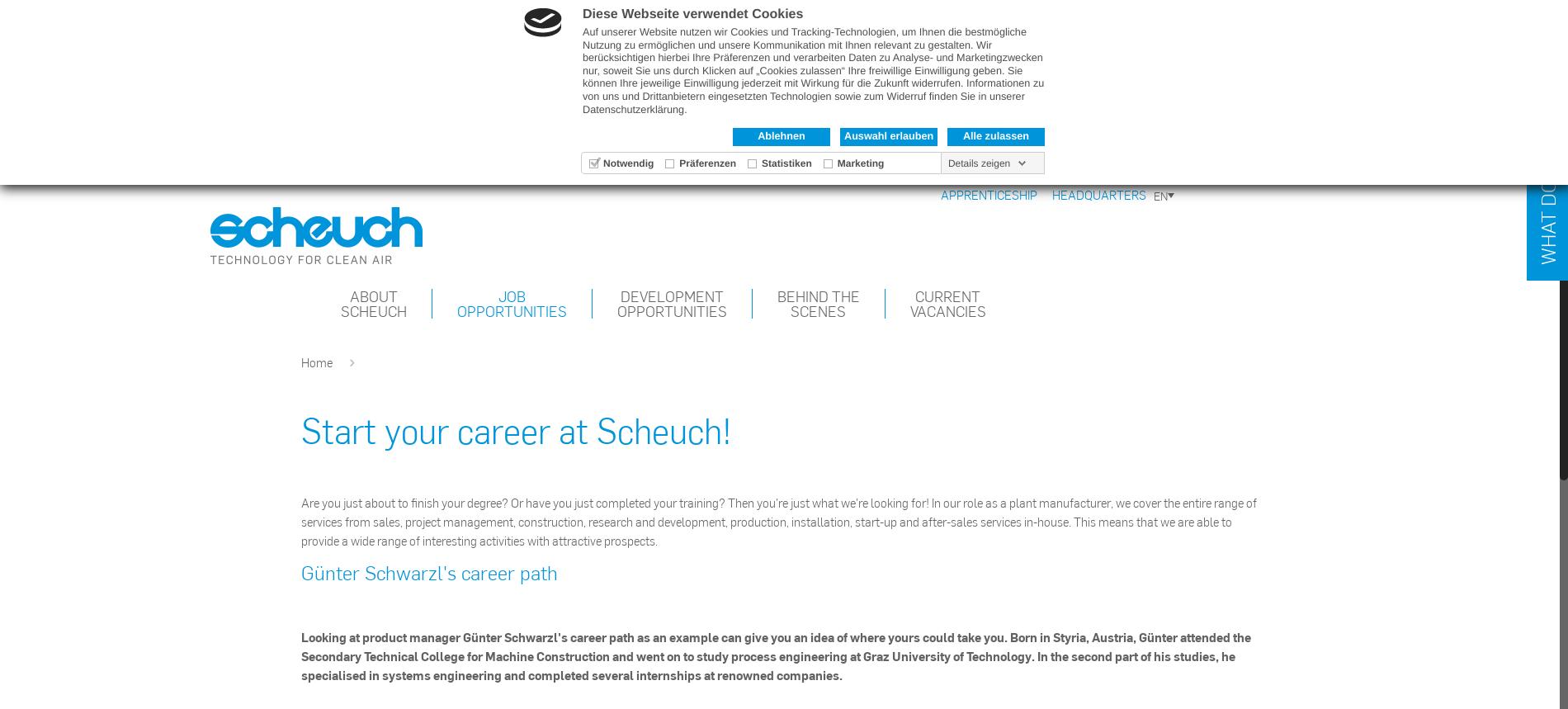 Image resolution: width=1568 pixels, height=709 pixels. I want to click on '.', so click(684, 109).